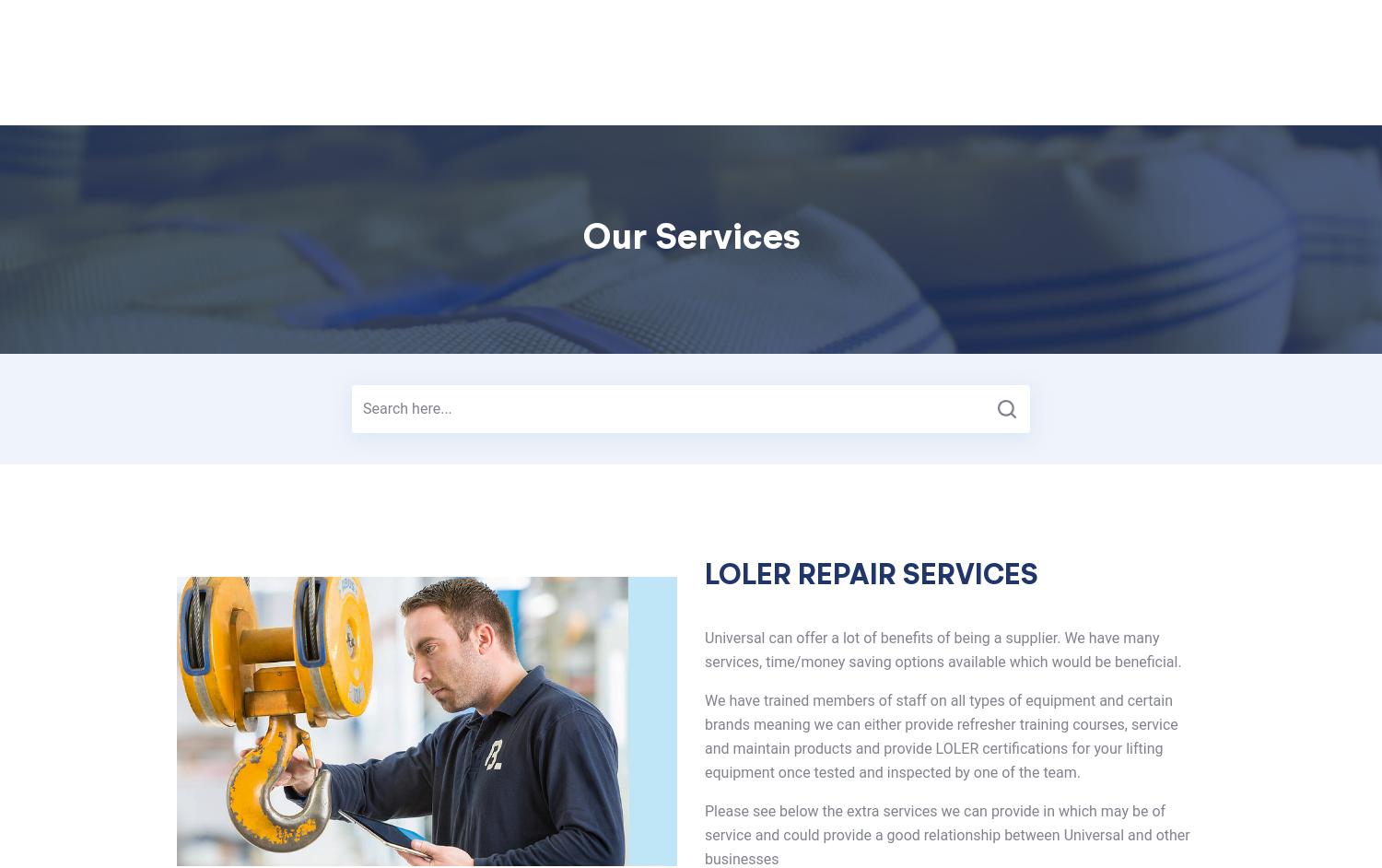 This screenshot has width=1382, height=868. What do you see at coordinates (680, 86) in the screenshot?
I see `'False Car System'` at bounding box center [680, 86].